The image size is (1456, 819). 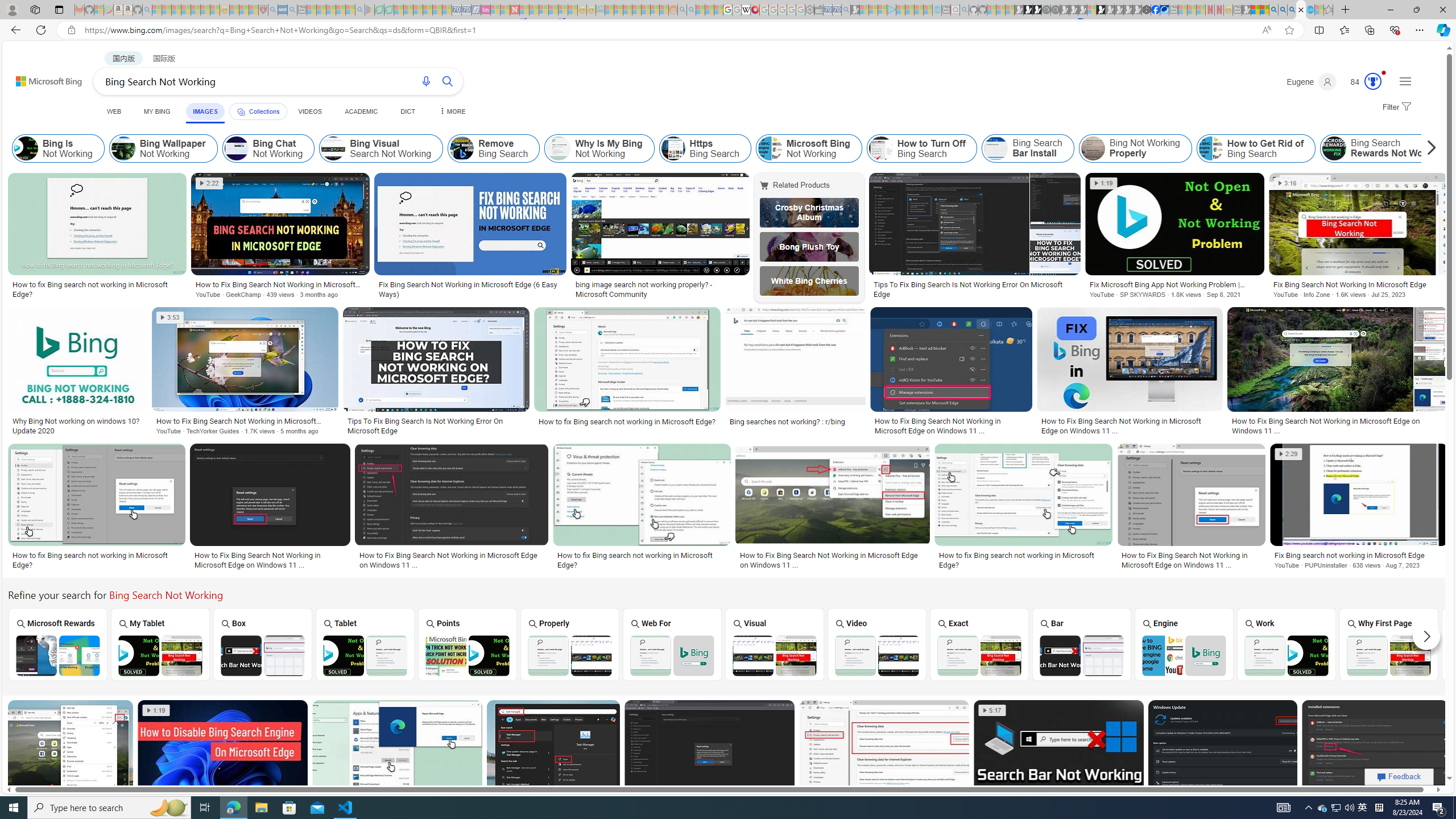 I want to click on 'Video', so click(x=876, y=643).